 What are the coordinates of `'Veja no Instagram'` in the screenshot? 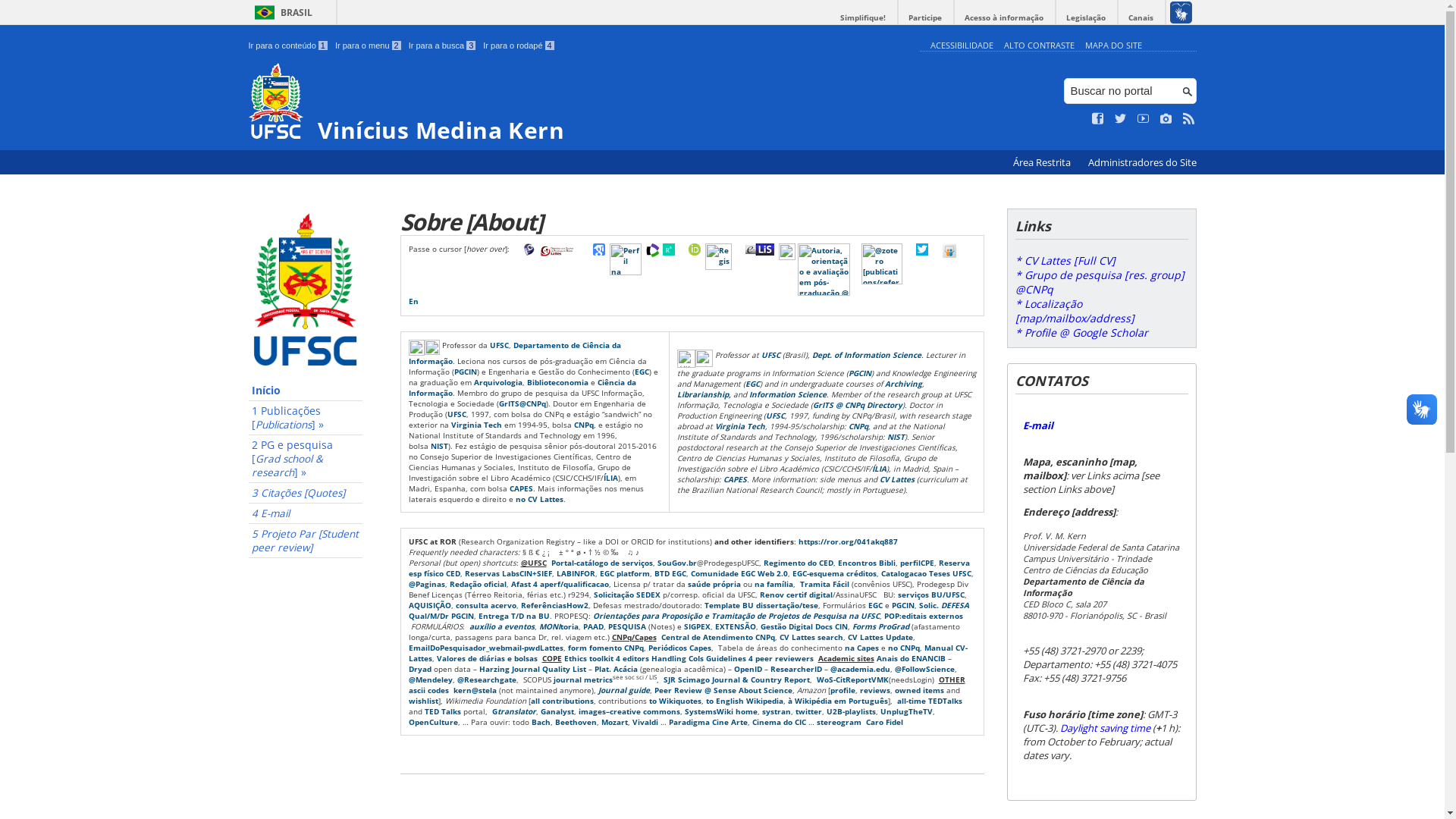 It's located at (1159, 118).